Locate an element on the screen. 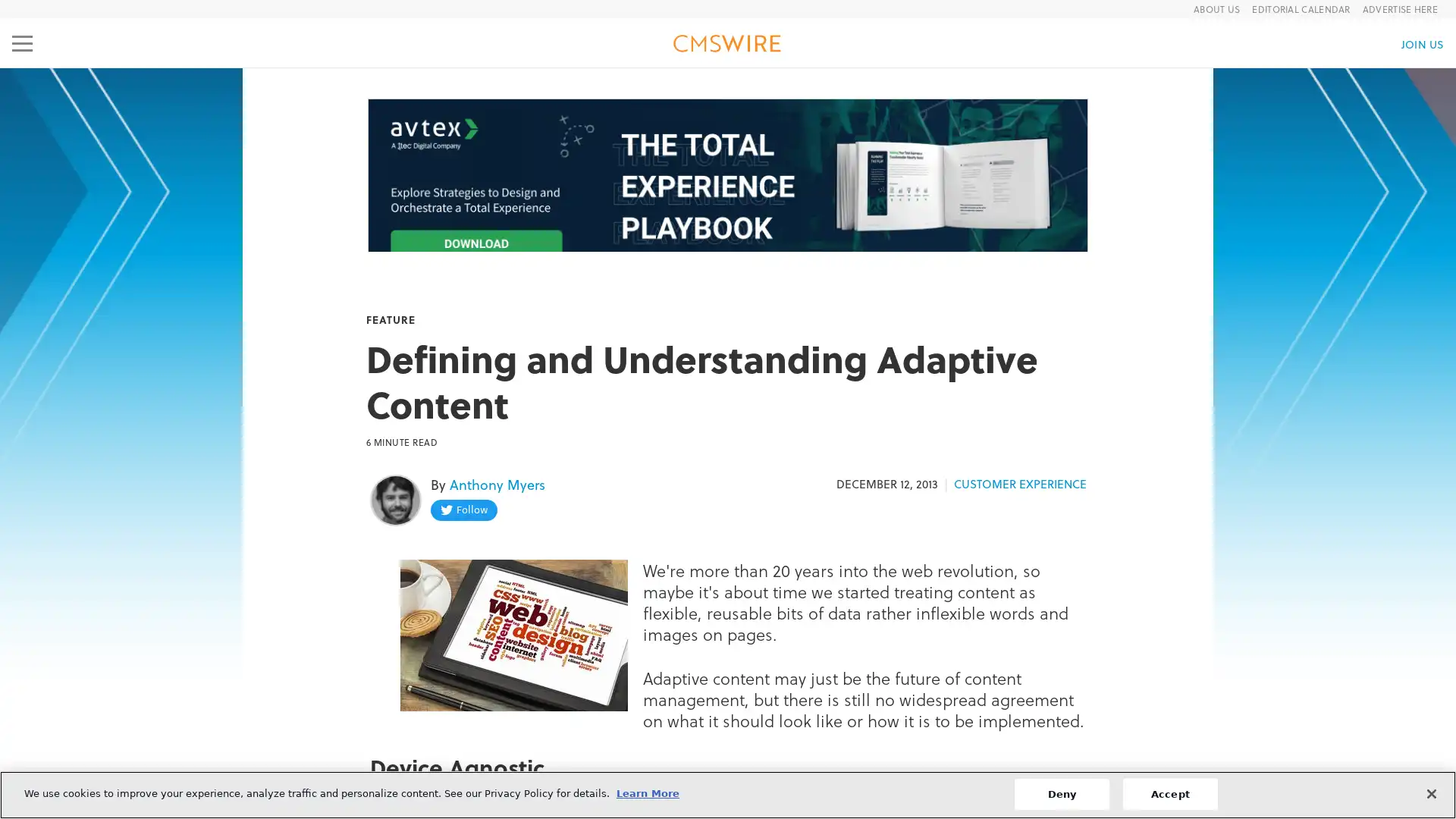 The width and height of the screenshot is (1456, 819). Be a Digital Leader is located at coordinates (726, 342).